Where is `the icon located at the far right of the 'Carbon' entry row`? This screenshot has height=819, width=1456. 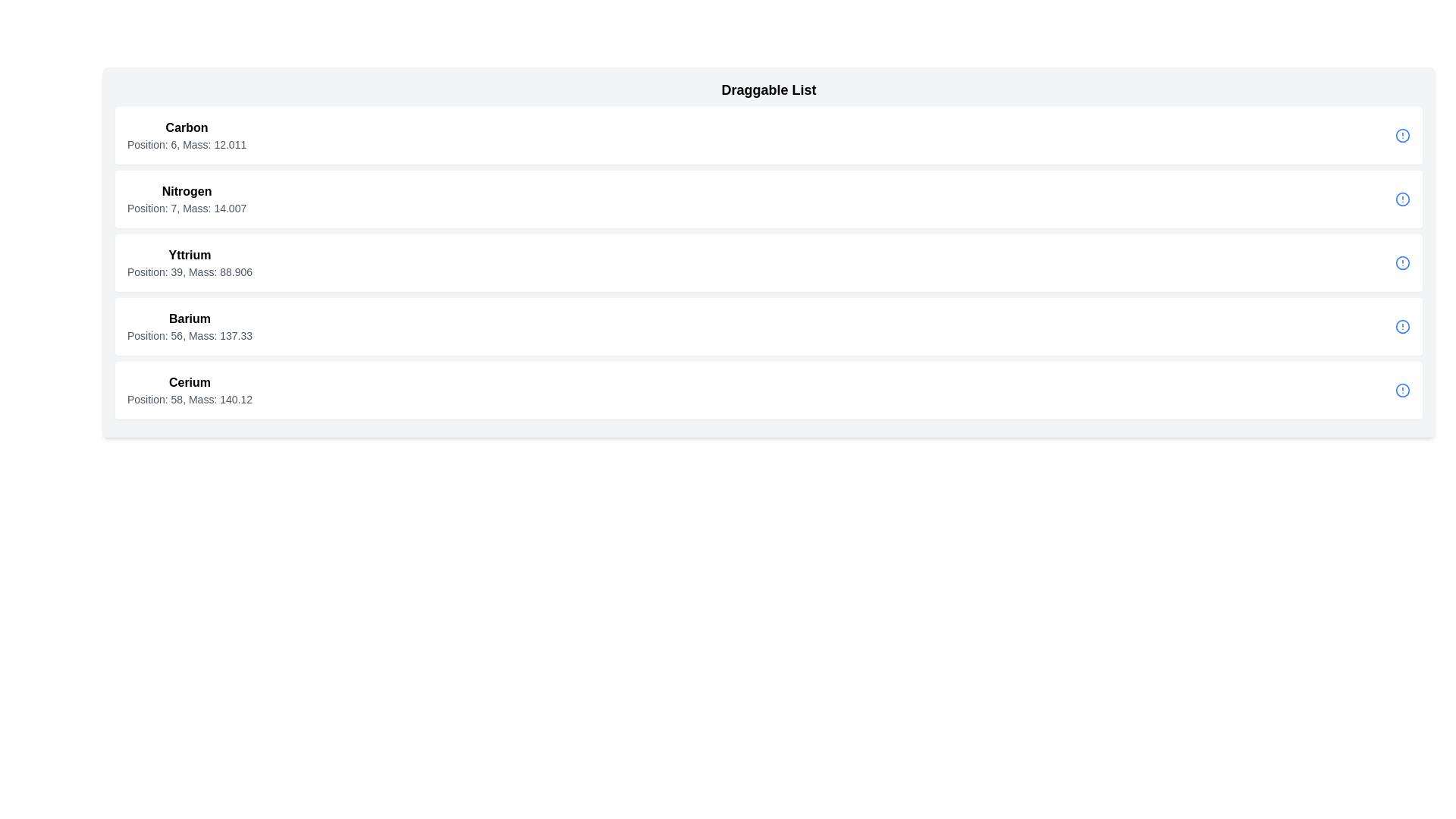
the icon located at the far right of the 'Carbon' entry row is located at coordinates (1401, 134).